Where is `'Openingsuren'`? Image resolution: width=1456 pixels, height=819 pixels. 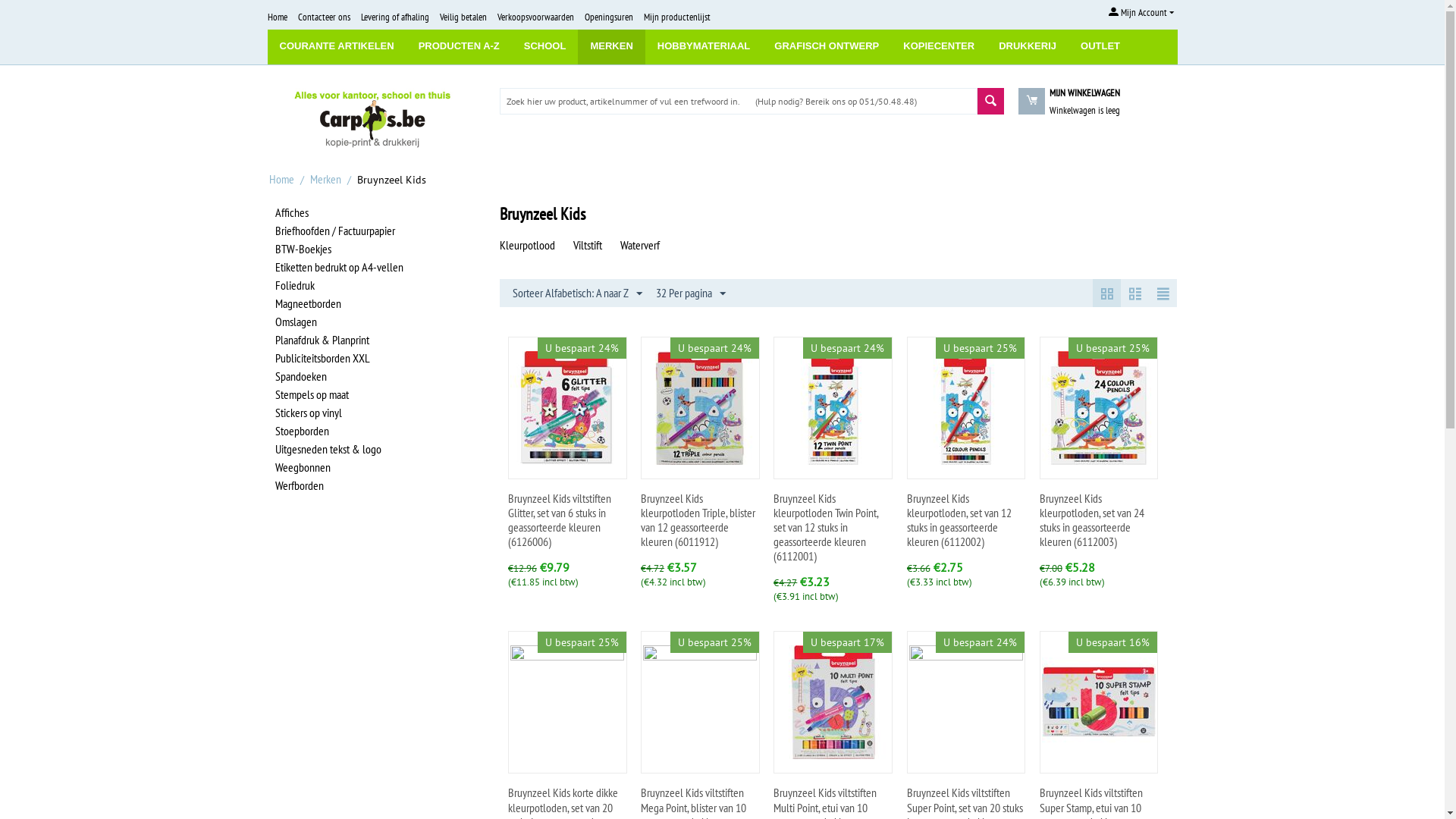 'Openingsuren' is located at coordinates (607, 17).